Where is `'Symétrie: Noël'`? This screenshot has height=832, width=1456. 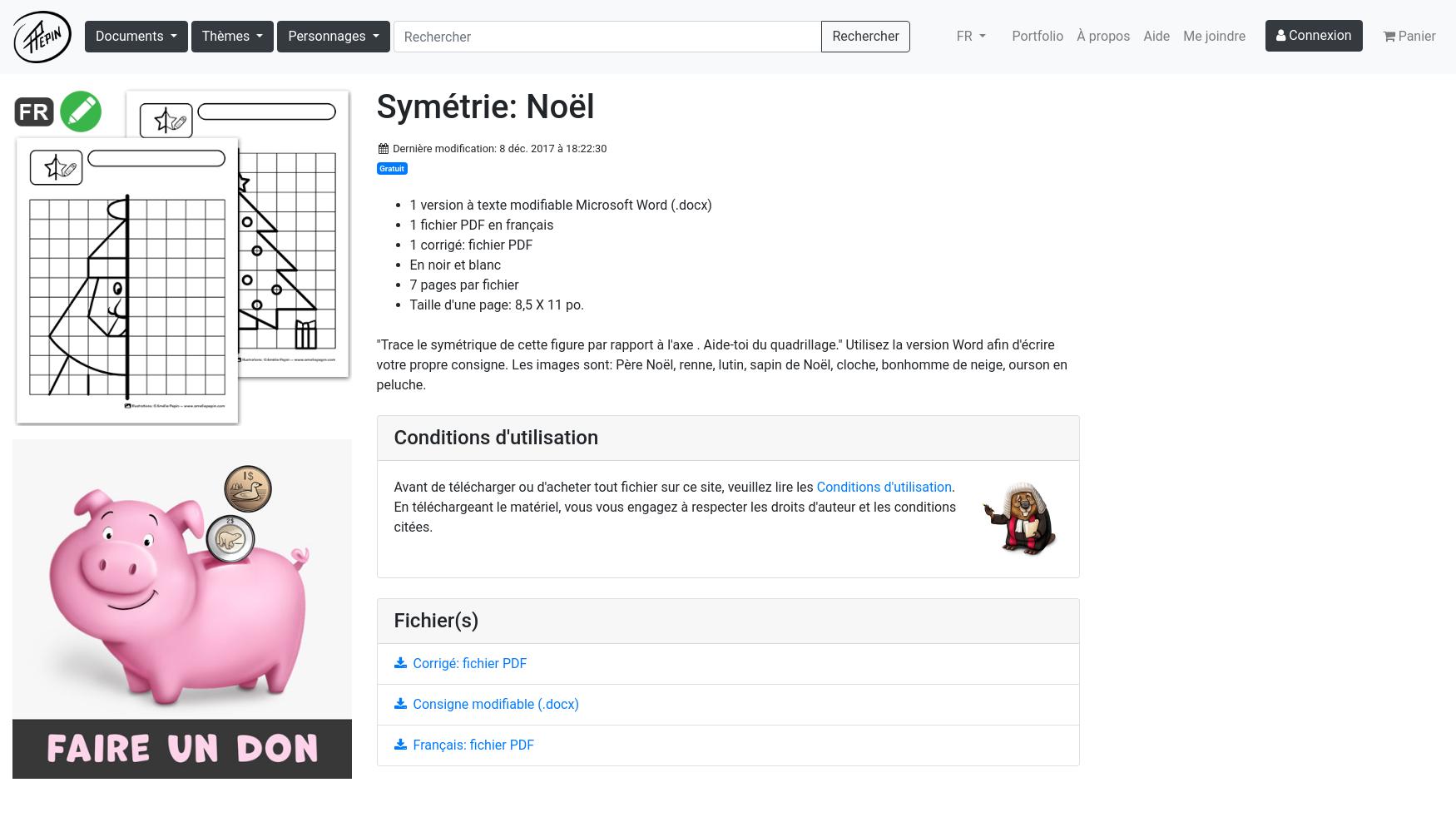
'Symétrie: Noël' is located at coordinates (484, 106).